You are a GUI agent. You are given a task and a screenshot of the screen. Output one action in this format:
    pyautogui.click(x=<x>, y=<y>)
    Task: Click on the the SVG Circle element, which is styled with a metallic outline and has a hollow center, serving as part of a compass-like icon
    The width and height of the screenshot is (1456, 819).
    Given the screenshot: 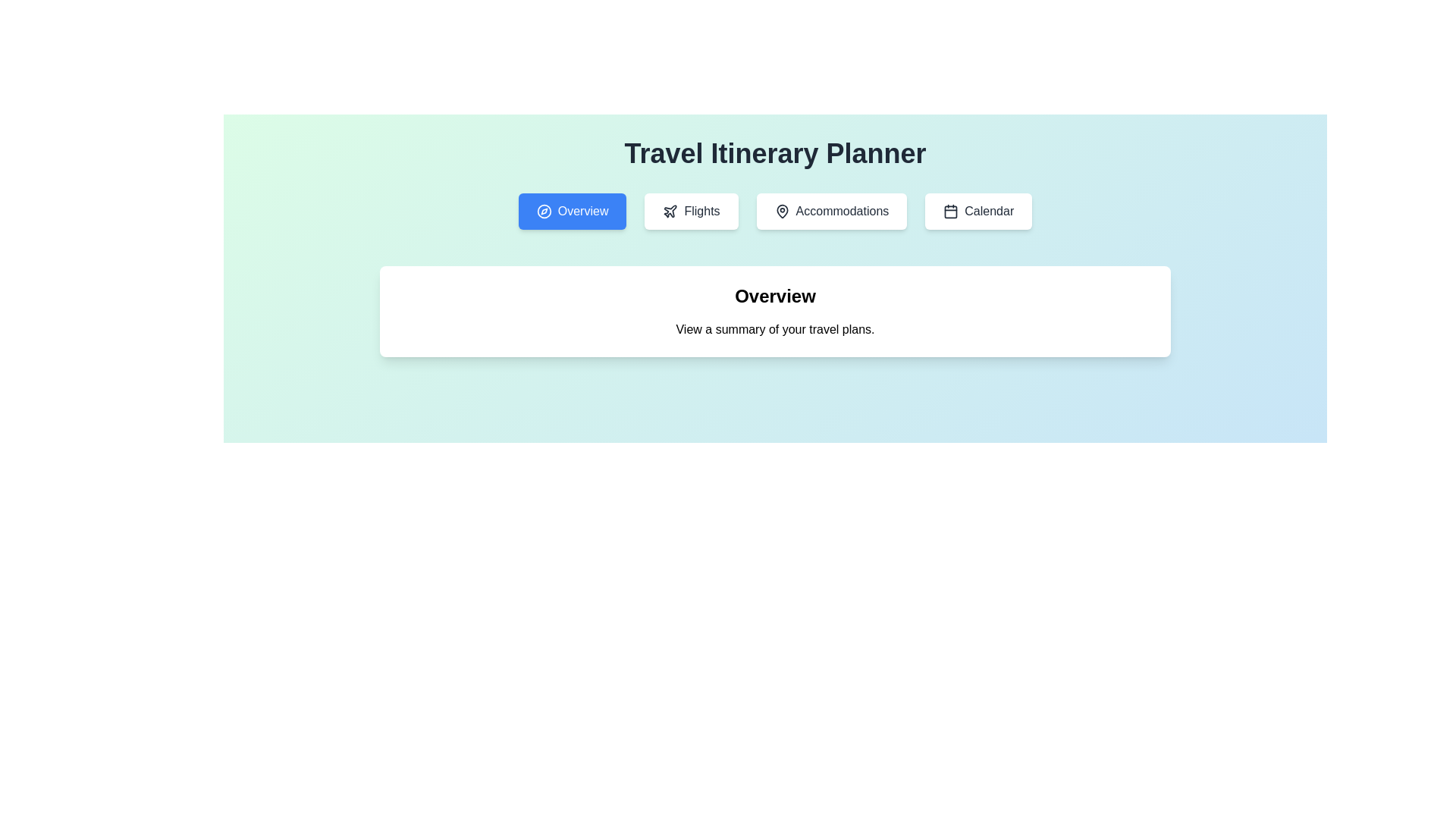 What is the action you would take?
    pyautogui.click(x=544, y=211)
    